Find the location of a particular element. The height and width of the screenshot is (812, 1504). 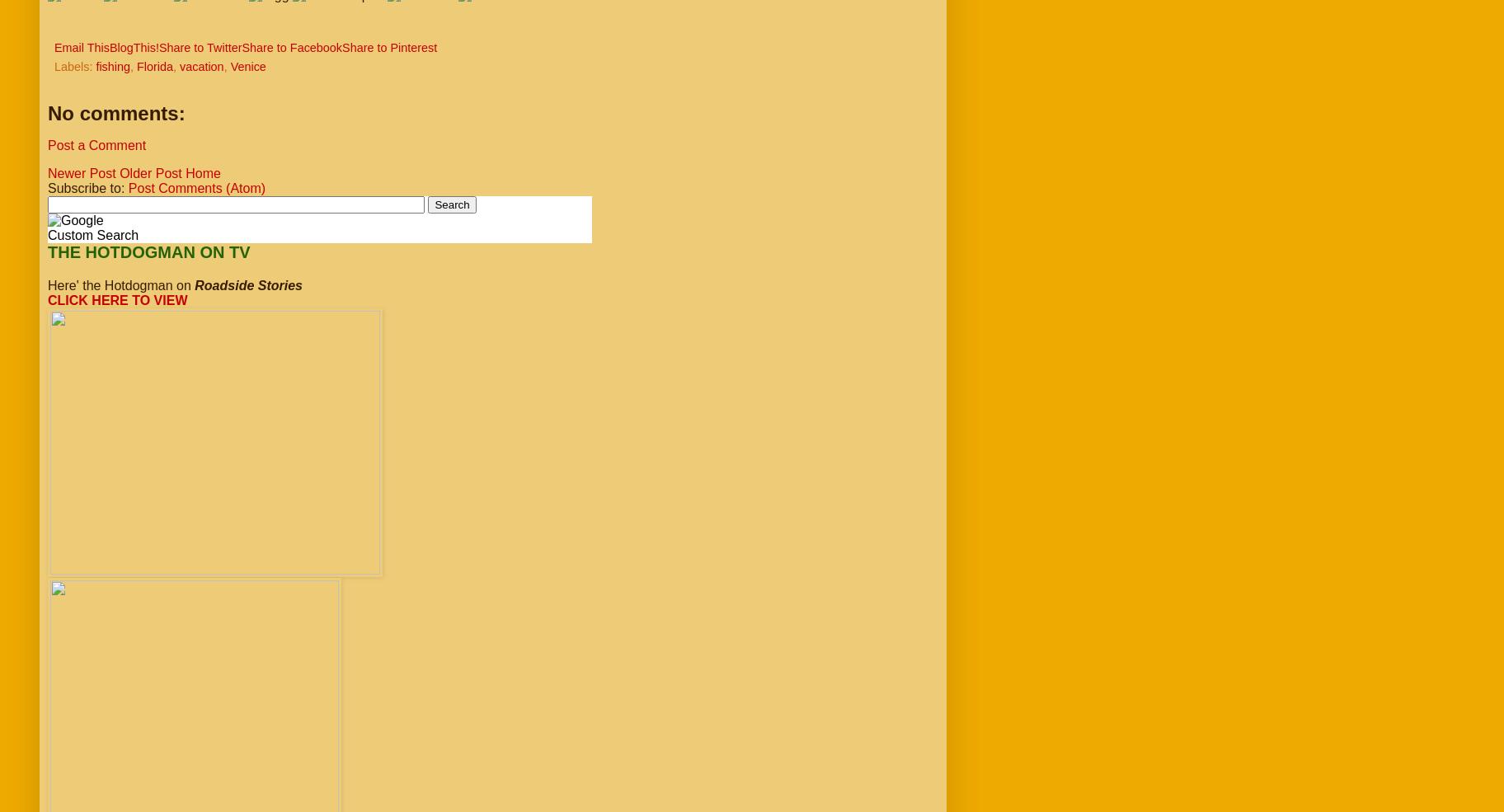

'Share to Pinterest' is located at coordinates (388, 47).